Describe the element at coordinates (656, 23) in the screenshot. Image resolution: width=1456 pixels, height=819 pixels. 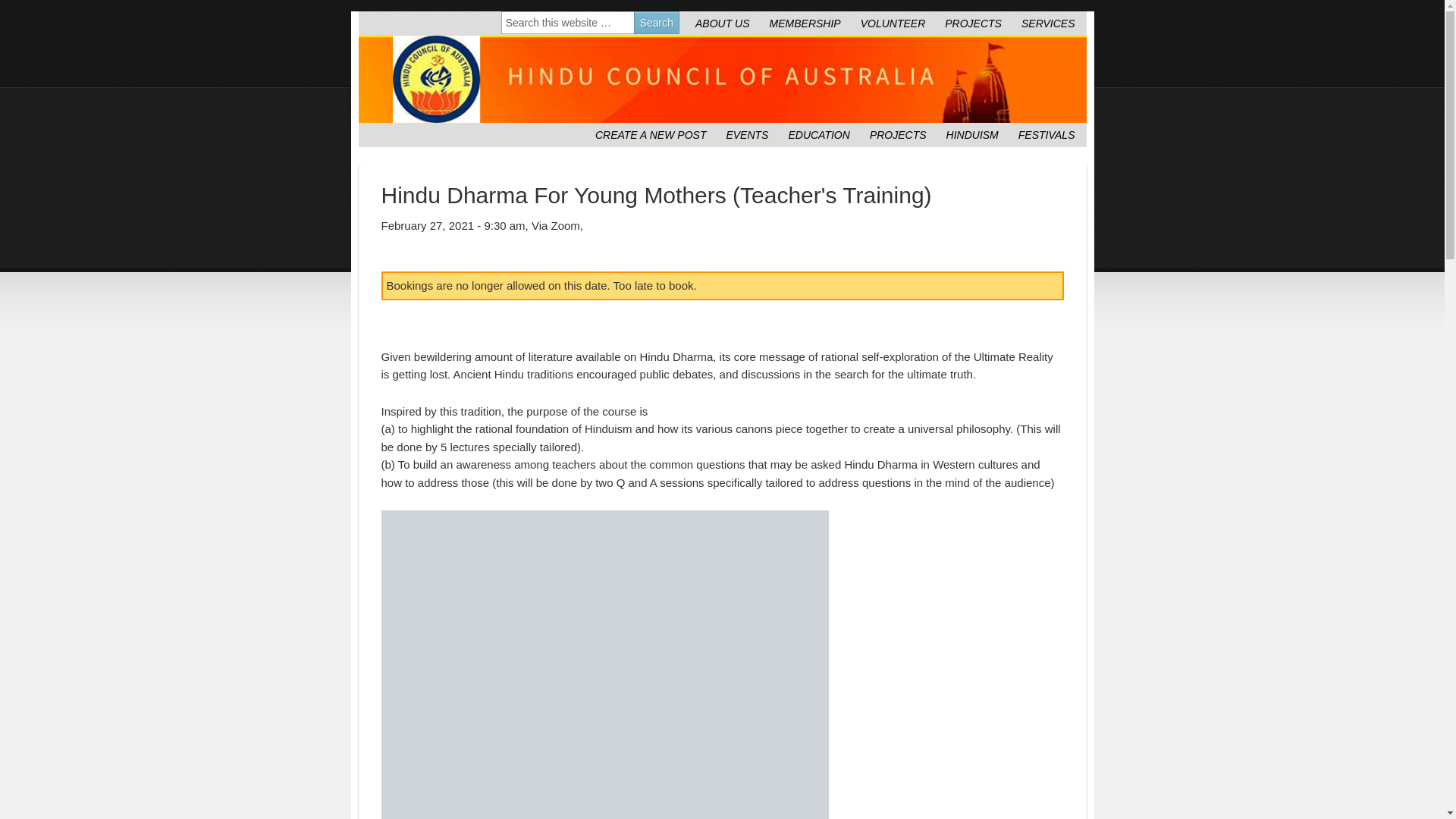
I see `'Search'` at that location.